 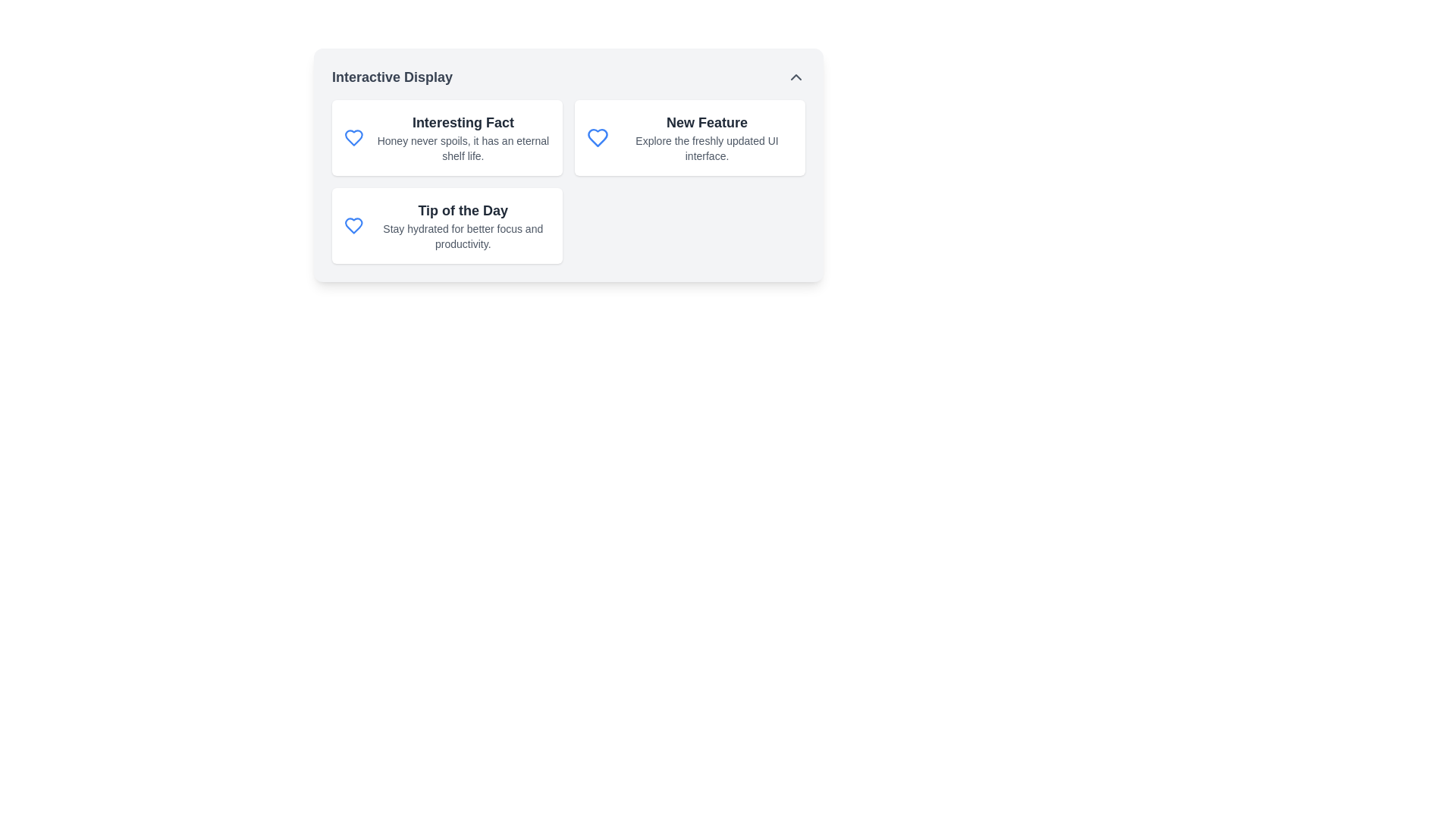 I want to click on the upward-pointing arrow icon button located on the far-right side of the header section labeled 'Interactive Display', so click(x=795, y=77).